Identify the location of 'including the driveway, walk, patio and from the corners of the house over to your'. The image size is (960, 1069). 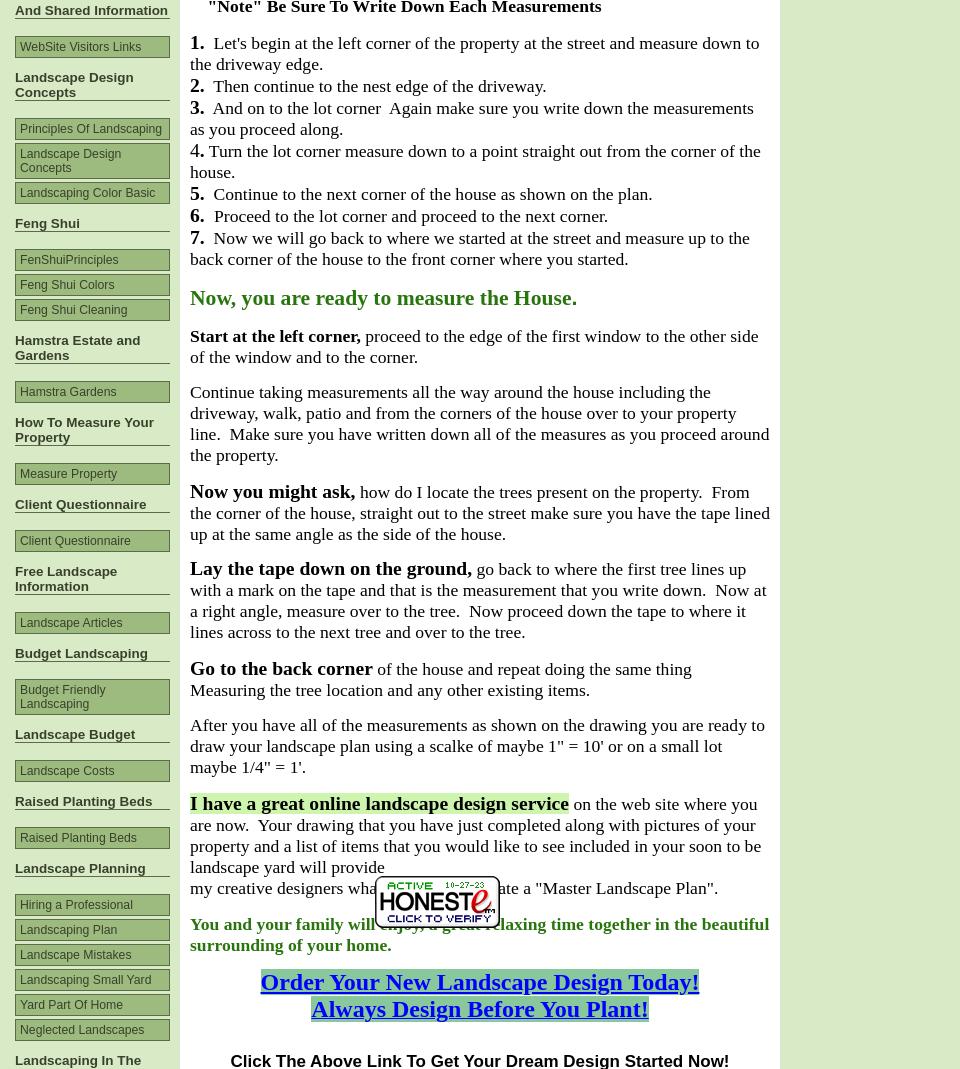
(450, 401).